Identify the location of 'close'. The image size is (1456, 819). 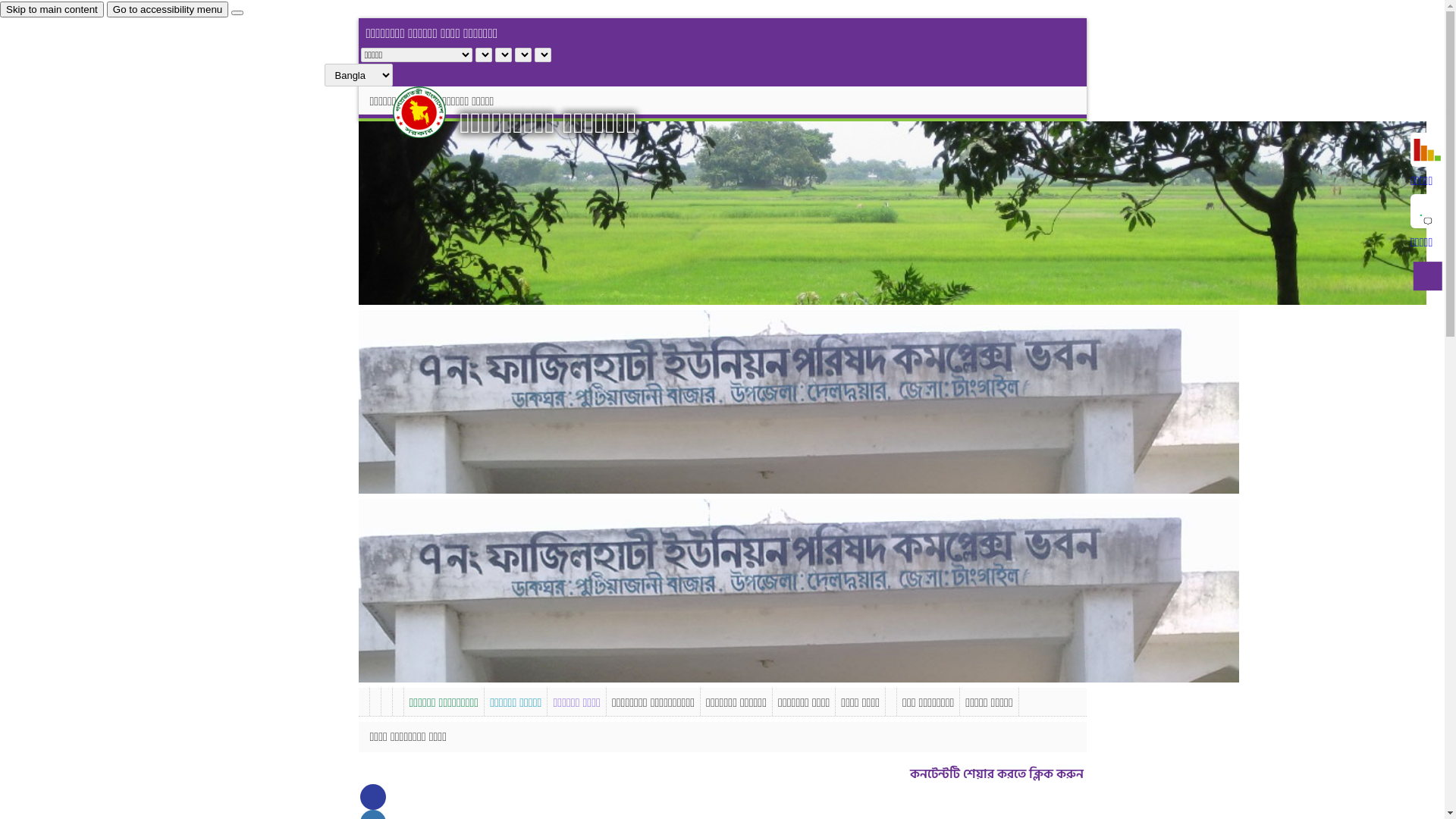
(236, 12).